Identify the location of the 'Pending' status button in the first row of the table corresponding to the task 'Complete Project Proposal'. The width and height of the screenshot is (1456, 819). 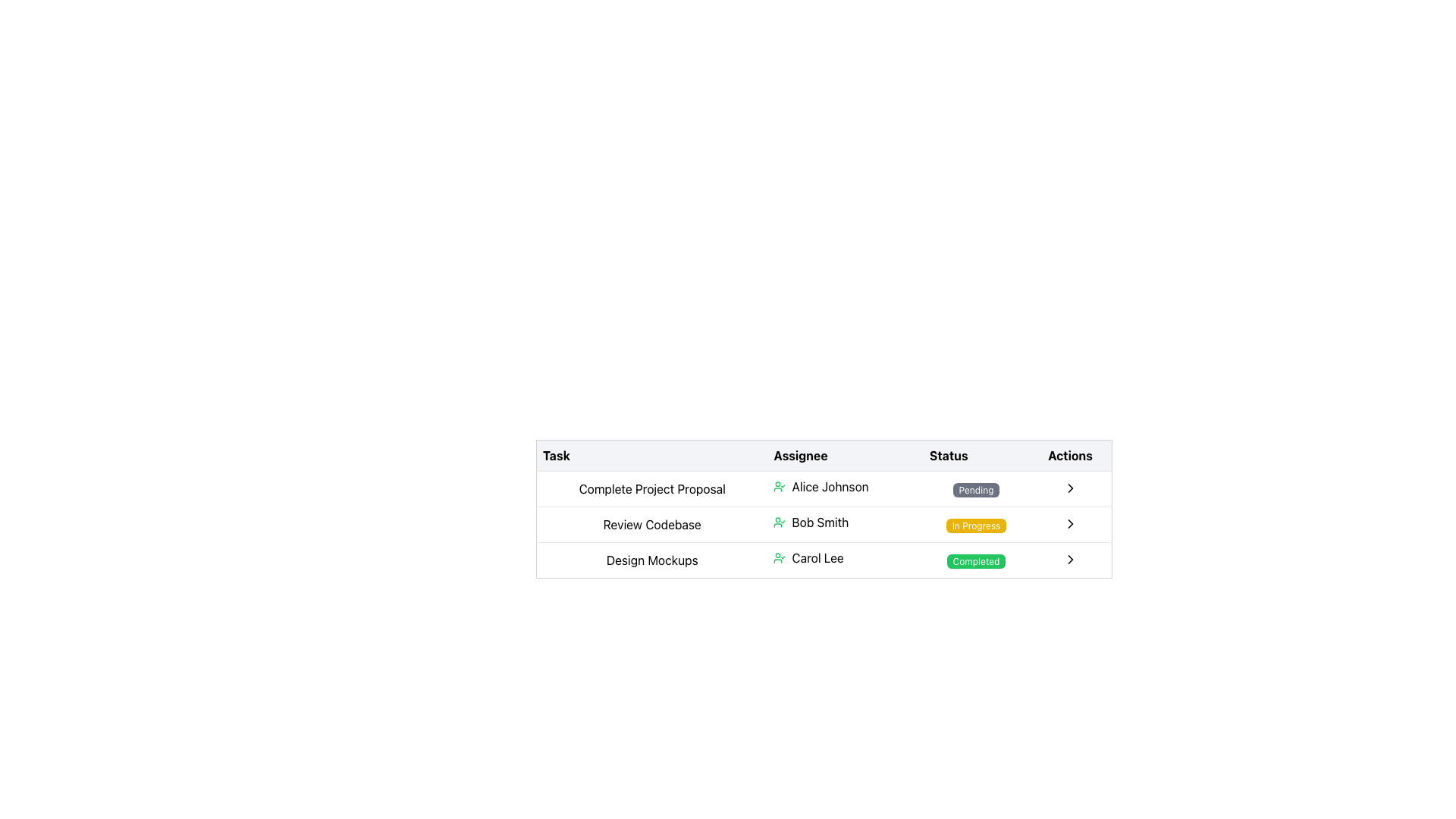
(976, 490).